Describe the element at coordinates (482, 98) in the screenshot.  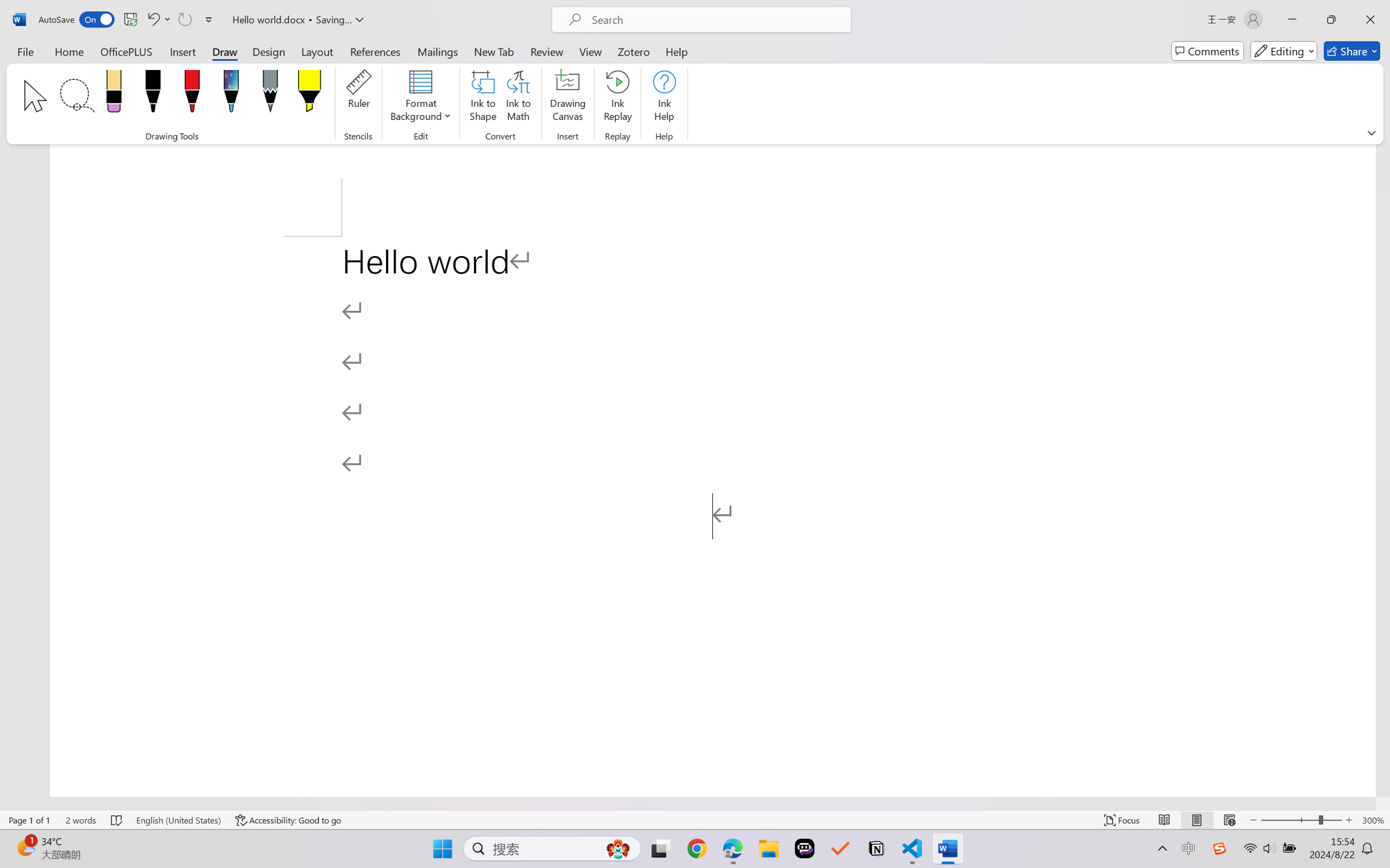
I see `'Ink to Shape'` at that location.